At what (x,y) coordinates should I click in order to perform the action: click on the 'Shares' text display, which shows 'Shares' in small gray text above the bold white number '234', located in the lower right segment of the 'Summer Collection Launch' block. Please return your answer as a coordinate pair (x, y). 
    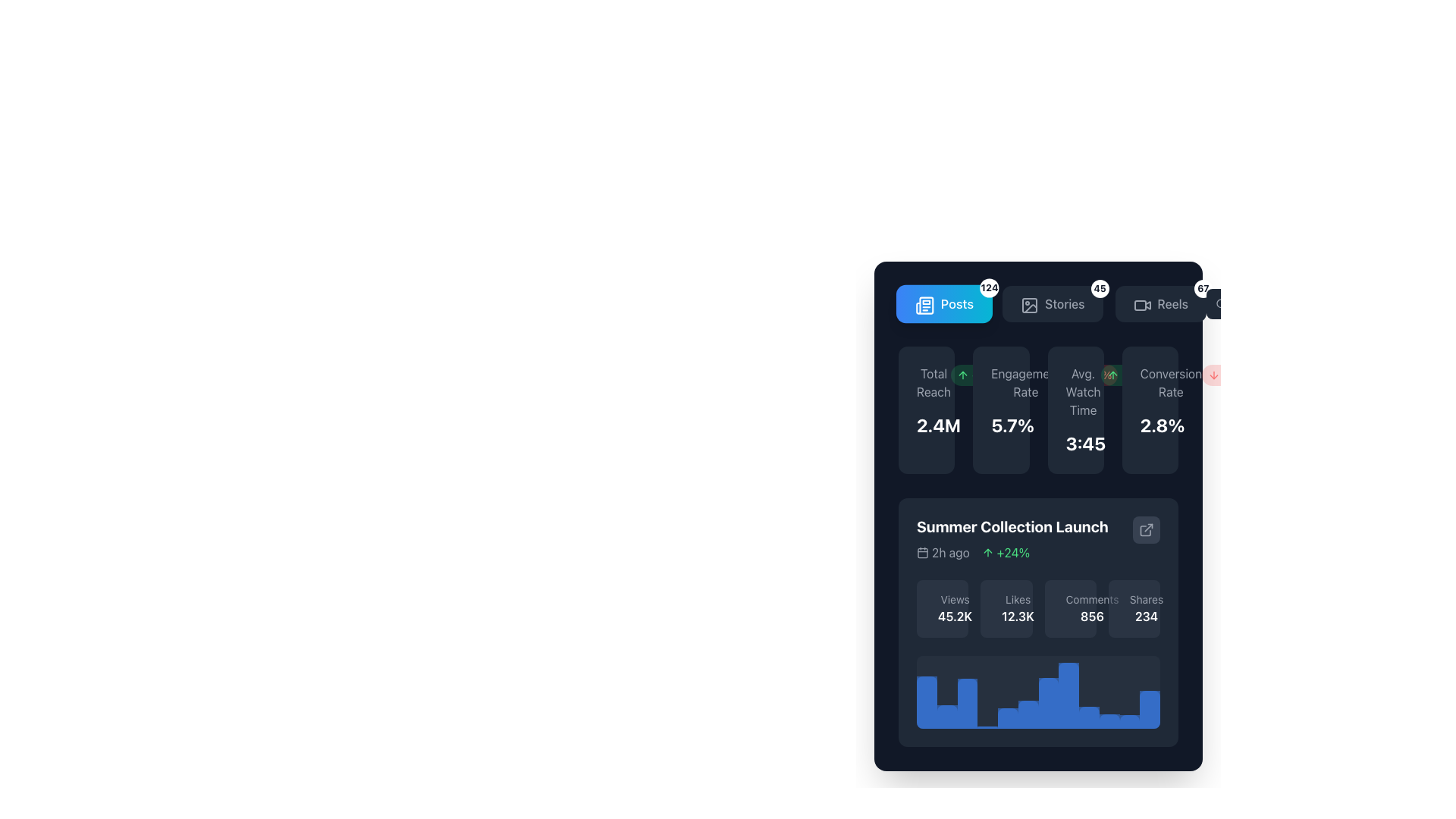
    Looking at the image, I should click on (1147, 607).